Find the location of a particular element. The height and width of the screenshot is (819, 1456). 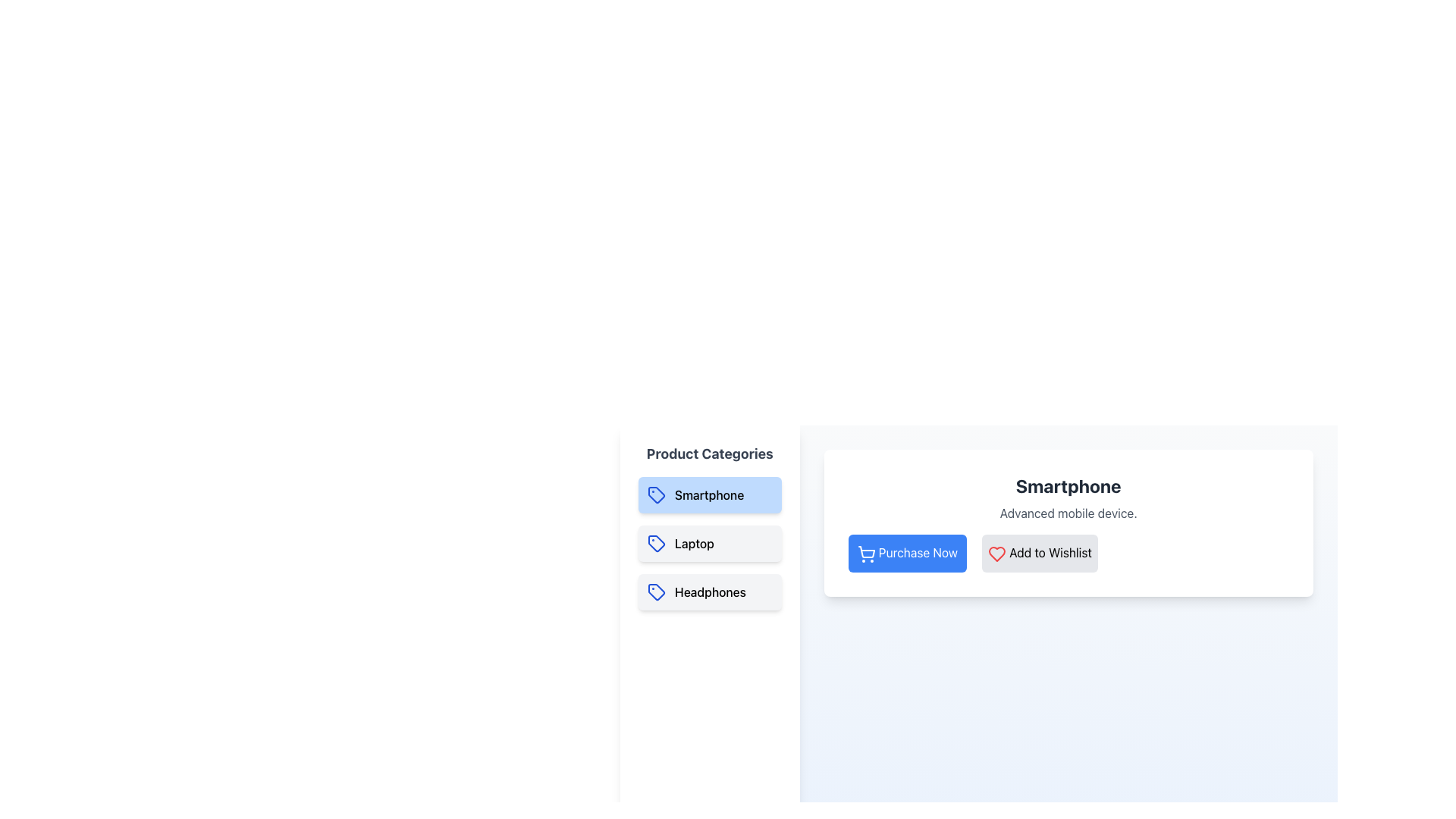

the icon representing the 'Laptop' category located to the left of the 'Laptop' button text label is located at coordinates (656, 543).